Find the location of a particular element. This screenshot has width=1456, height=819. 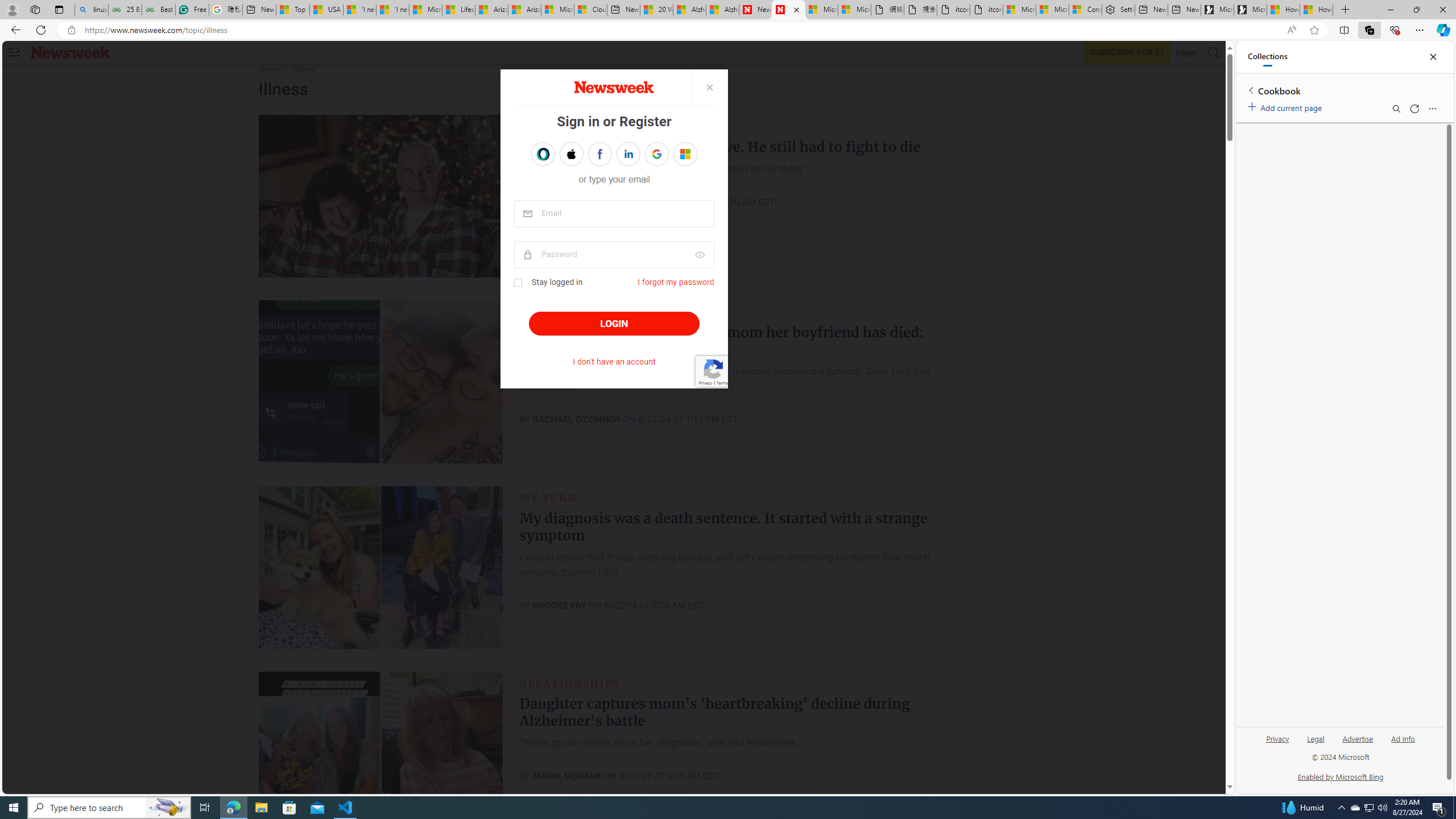

'LOGIN' is located at coordinates (614, 323).